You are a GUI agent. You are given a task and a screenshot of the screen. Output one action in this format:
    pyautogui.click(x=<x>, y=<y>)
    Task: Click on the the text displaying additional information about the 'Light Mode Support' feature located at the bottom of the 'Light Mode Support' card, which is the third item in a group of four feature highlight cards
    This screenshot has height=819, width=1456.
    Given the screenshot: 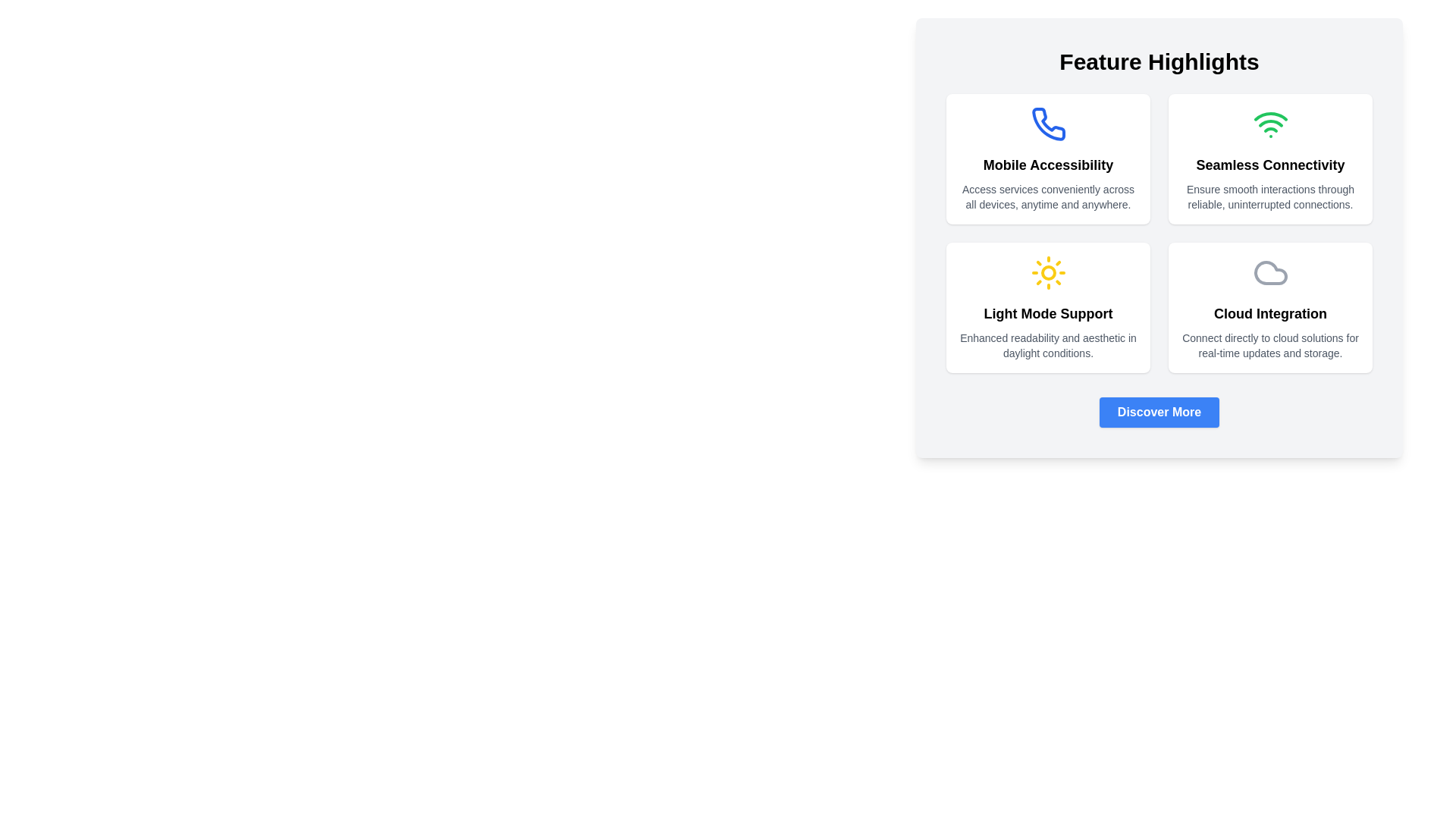 What is the action you would take?
    pyautogui.click(x=1047, y=345)
    